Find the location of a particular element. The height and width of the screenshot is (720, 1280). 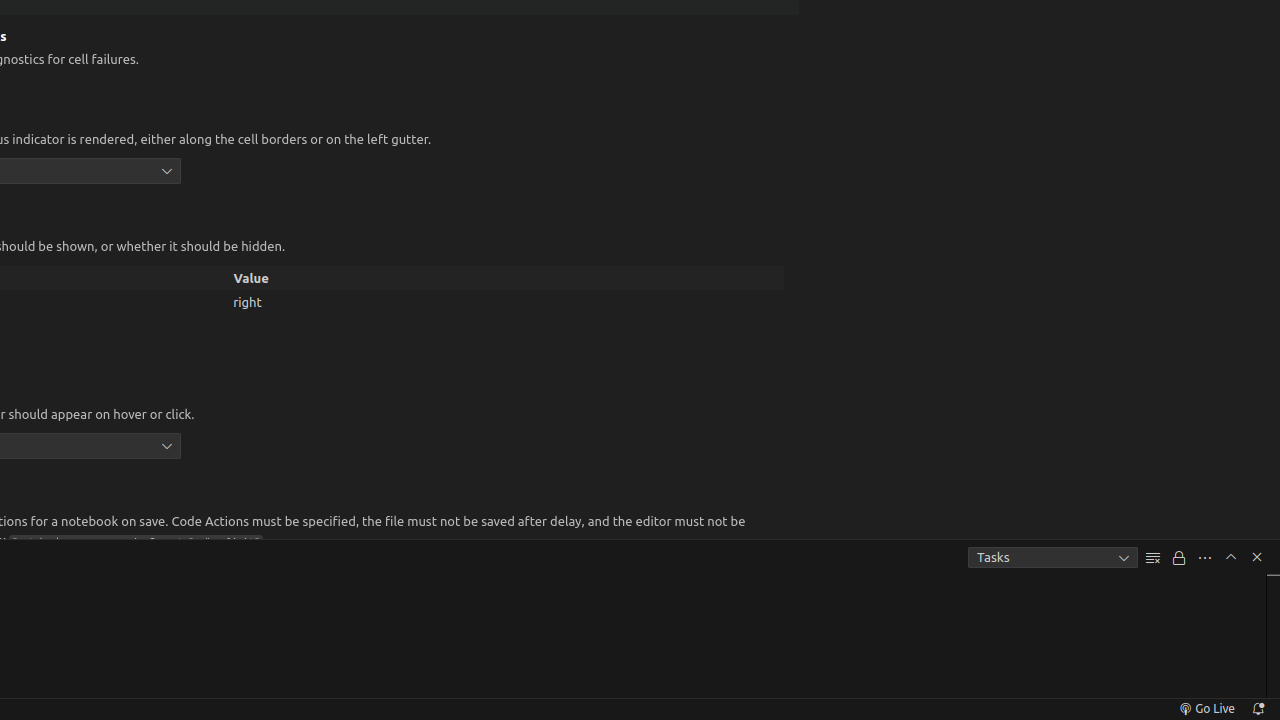

'Tasks' is located at coordinates (1052, 557).